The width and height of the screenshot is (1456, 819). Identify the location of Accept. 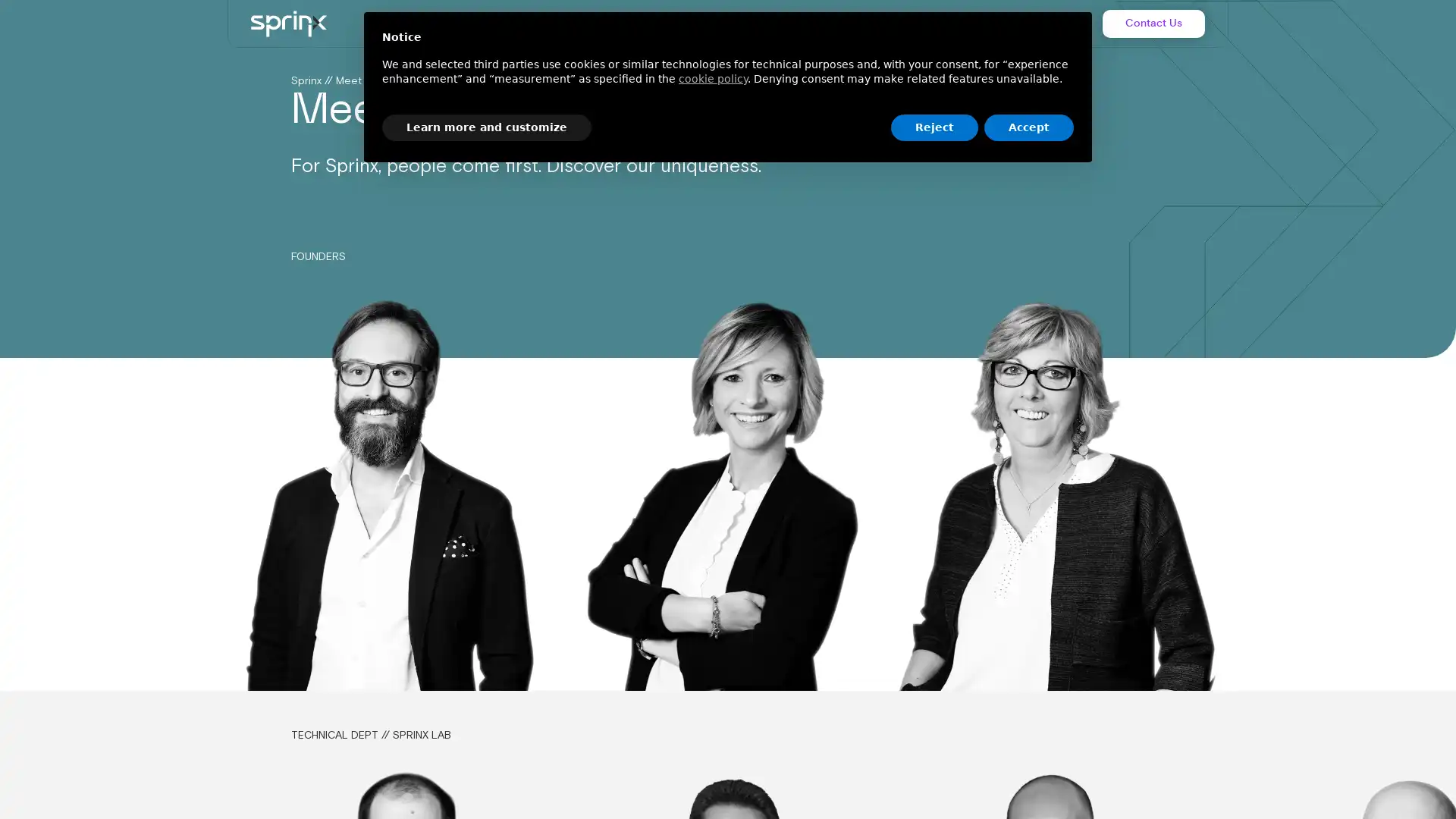
(1029, 127).